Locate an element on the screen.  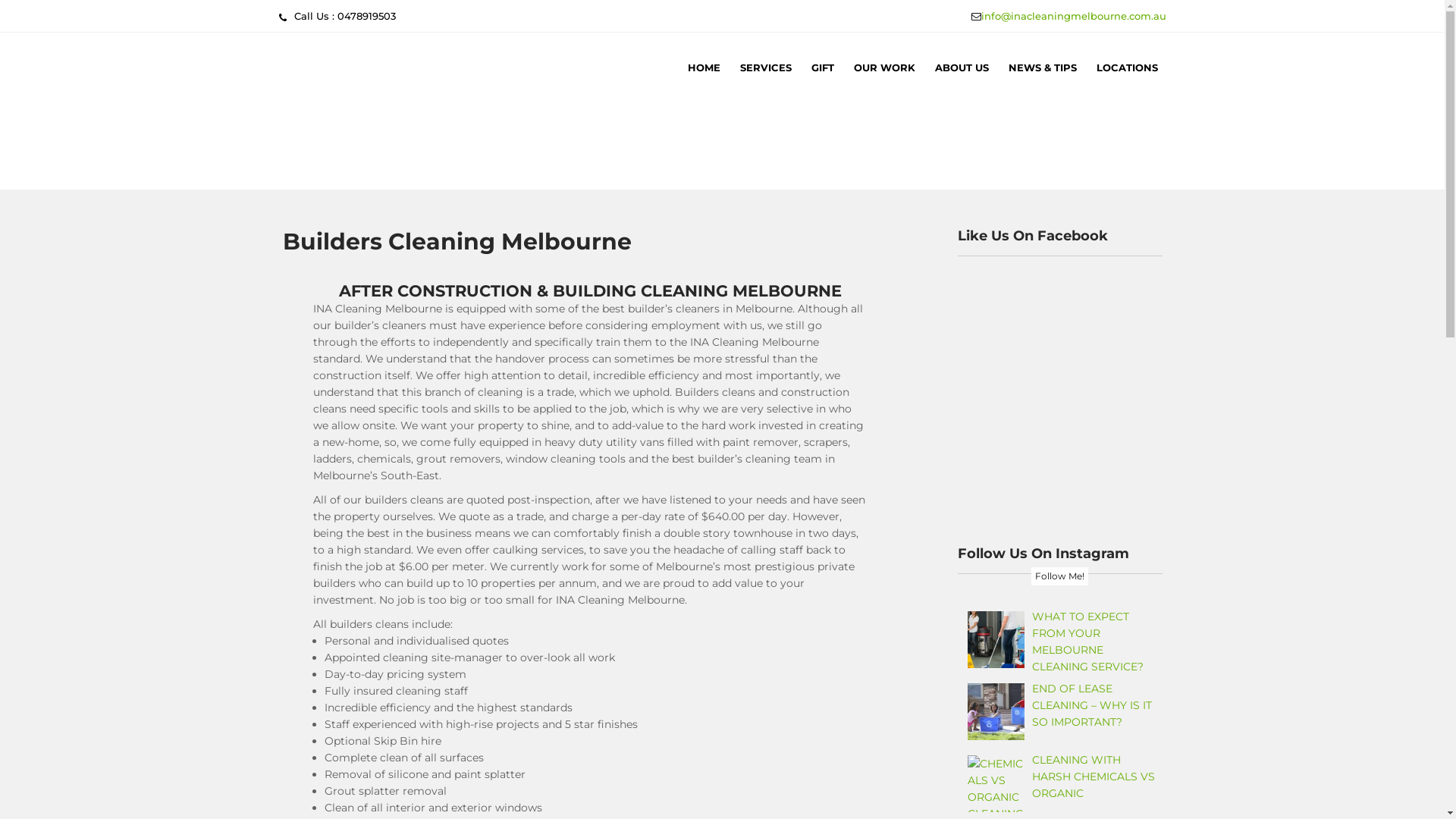
'SERVICES' is located at coordinates (731, 66).